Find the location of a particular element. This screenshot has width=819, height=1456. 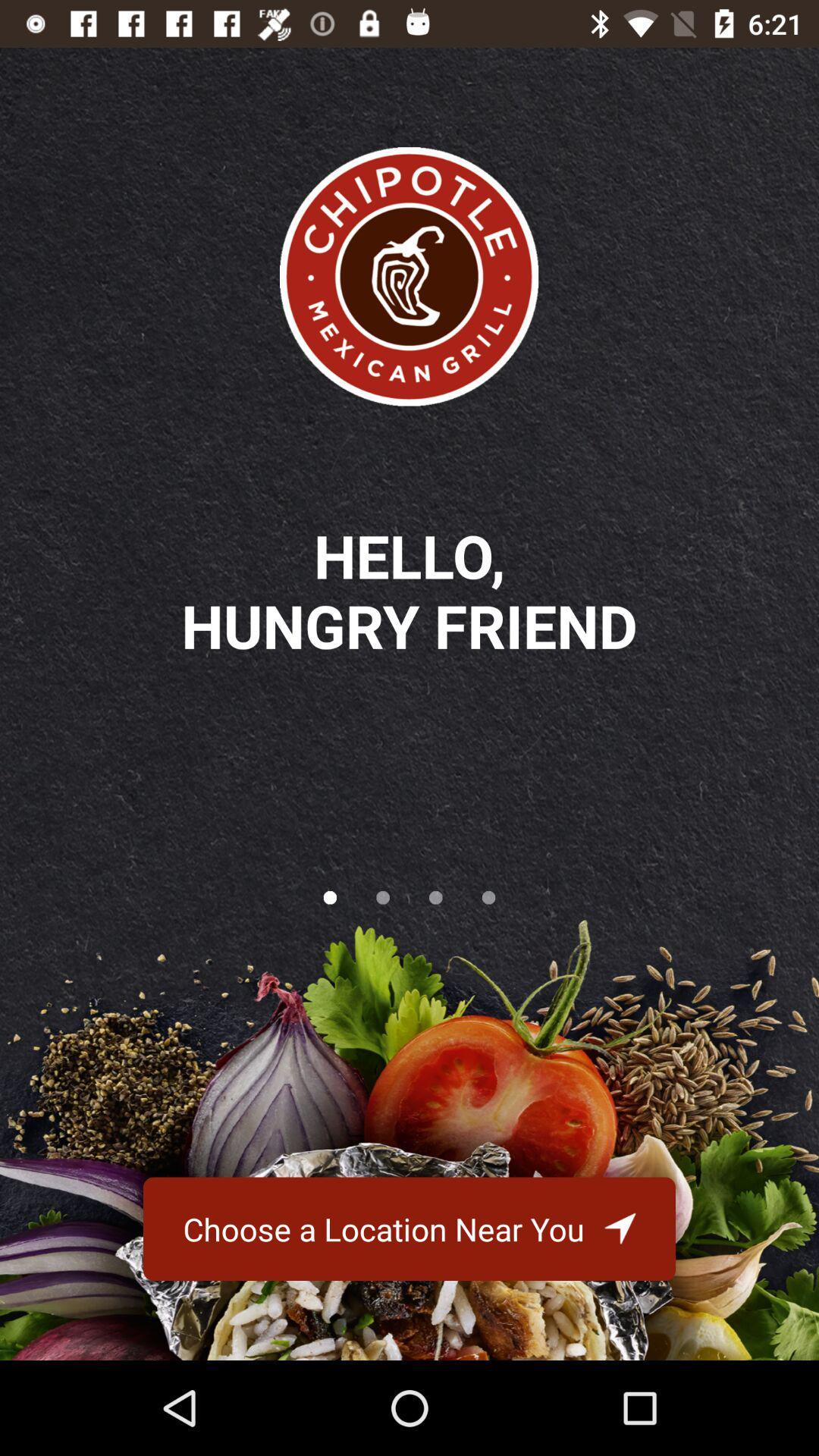

the choose a location icon is located at coordinates (409, 1228).